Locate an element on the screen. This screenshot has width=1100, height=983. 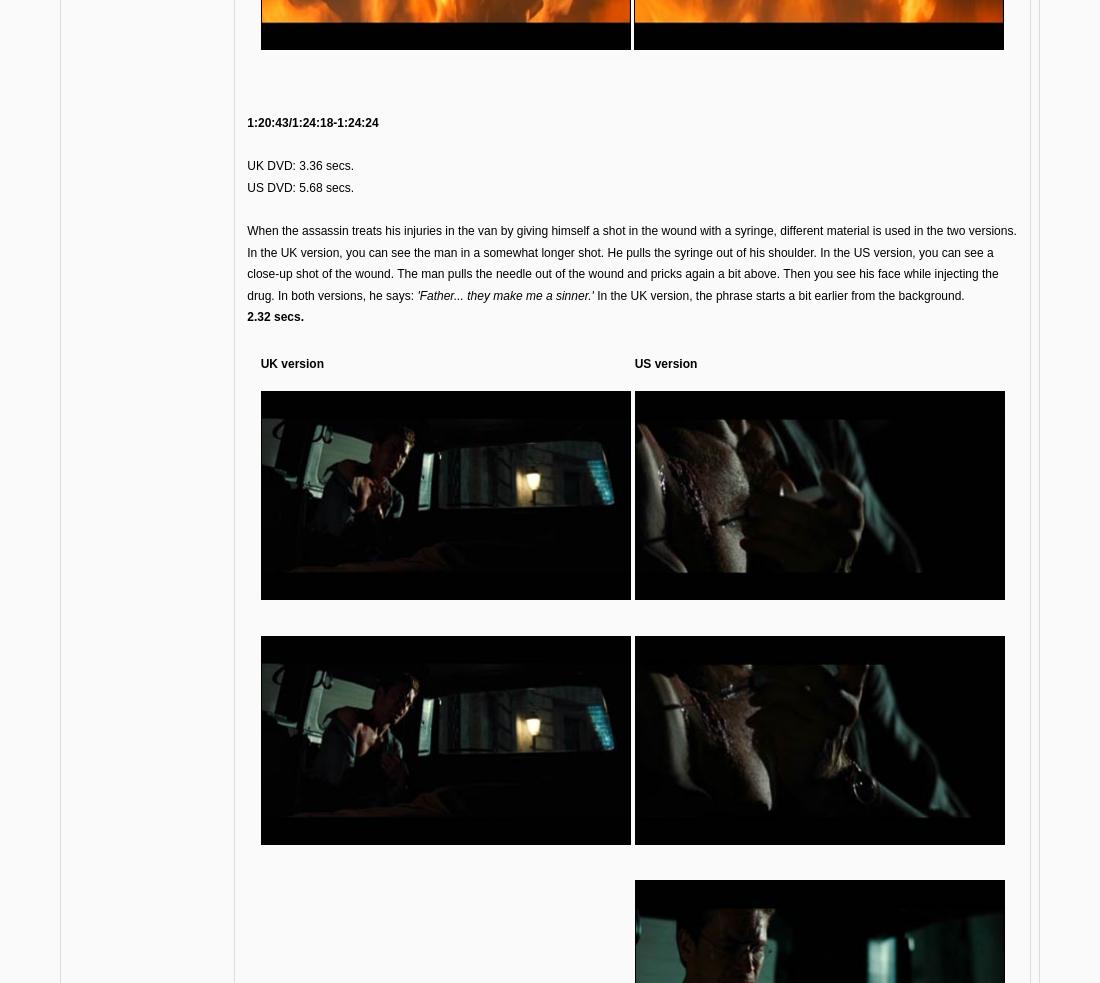
'1:20:43/1:24:18-1:24:24' is located at coordinates (311, 121).